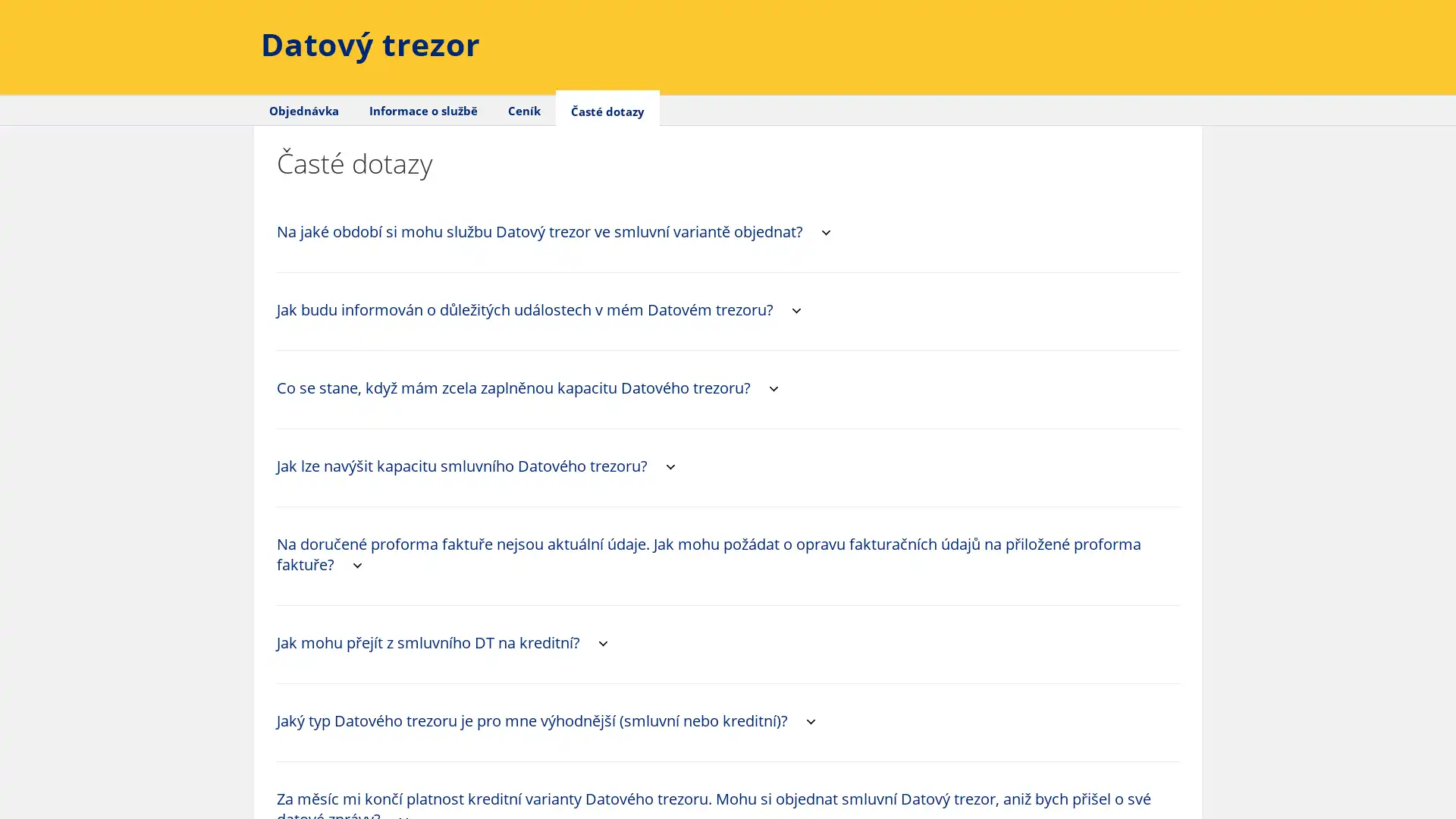 The height and width of the screenshot is (819, 1456). Describe the element at coordinates (728, 553) in the screenshot. I see `Na dorucene proforma fakture nejsou aktualni udaje. Jak mohu pozadat o opravu fakturacnich udaju na prilozene proforma fakture? collapse-arrow` at that location.